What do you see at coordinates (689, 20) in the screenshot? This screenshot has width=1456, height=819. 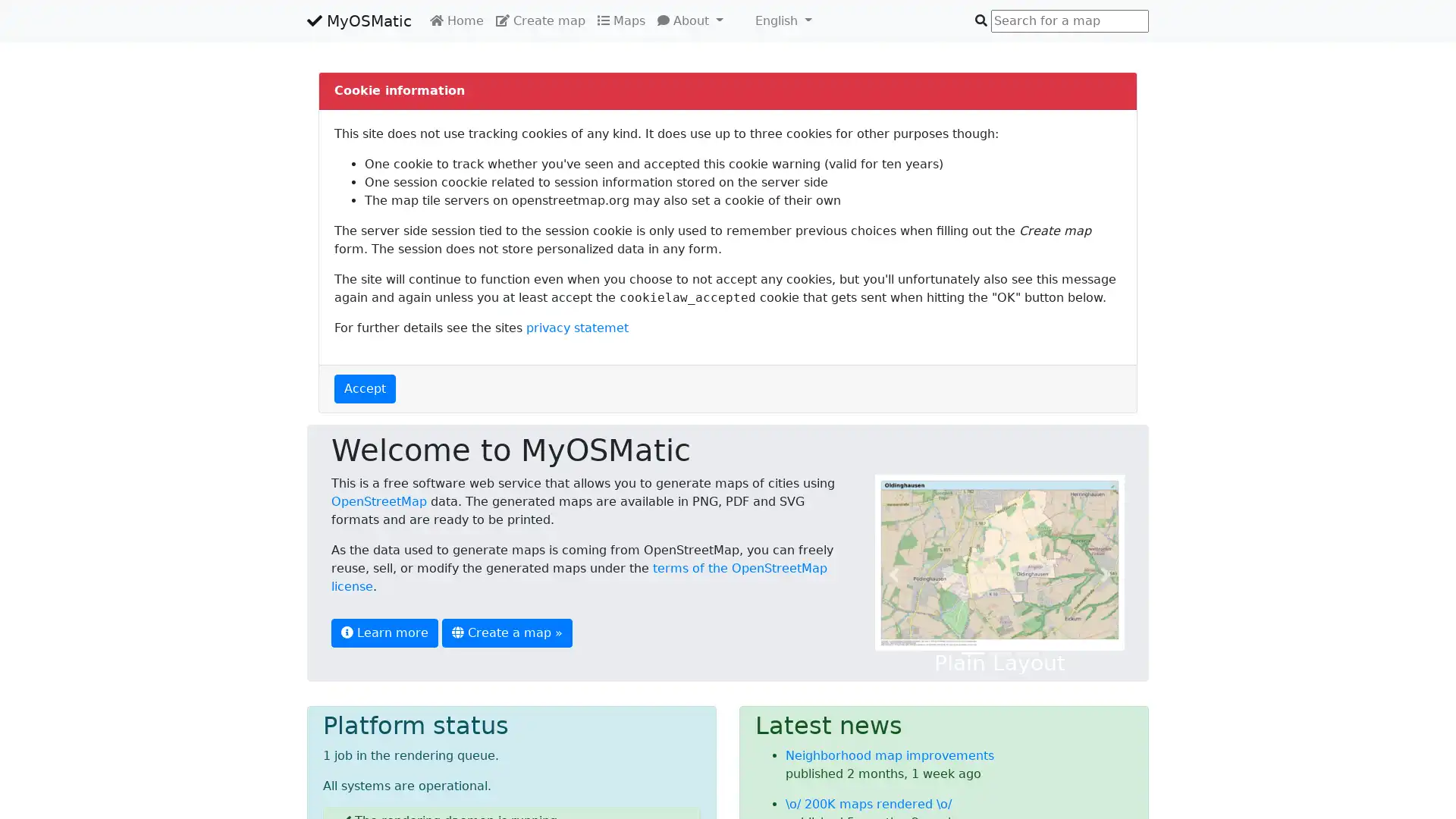 I see `About` at bounding box center [689, 20].